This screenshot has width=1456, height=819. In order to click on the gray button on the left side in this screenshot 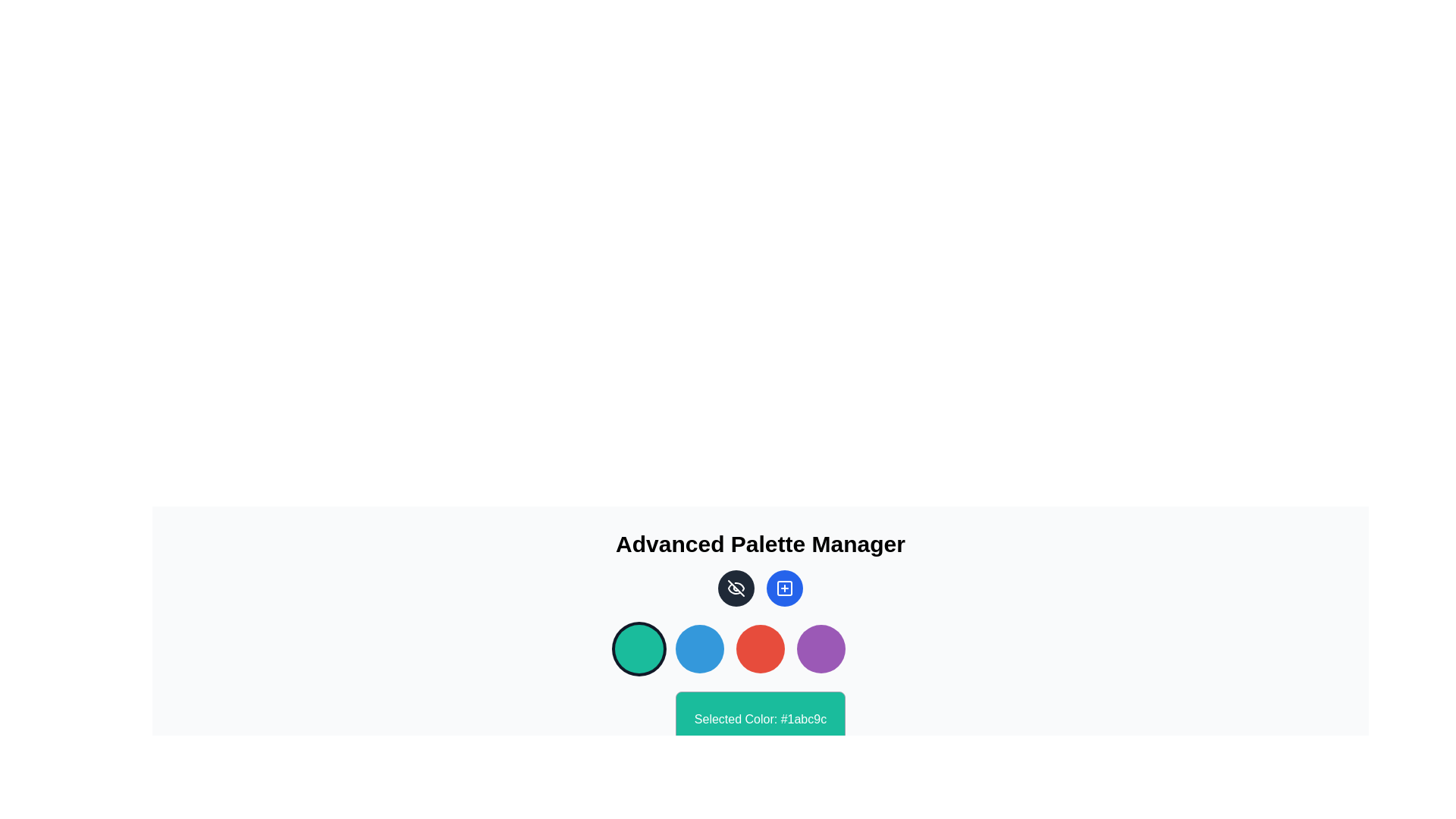, I will do `click(736, 587)`.